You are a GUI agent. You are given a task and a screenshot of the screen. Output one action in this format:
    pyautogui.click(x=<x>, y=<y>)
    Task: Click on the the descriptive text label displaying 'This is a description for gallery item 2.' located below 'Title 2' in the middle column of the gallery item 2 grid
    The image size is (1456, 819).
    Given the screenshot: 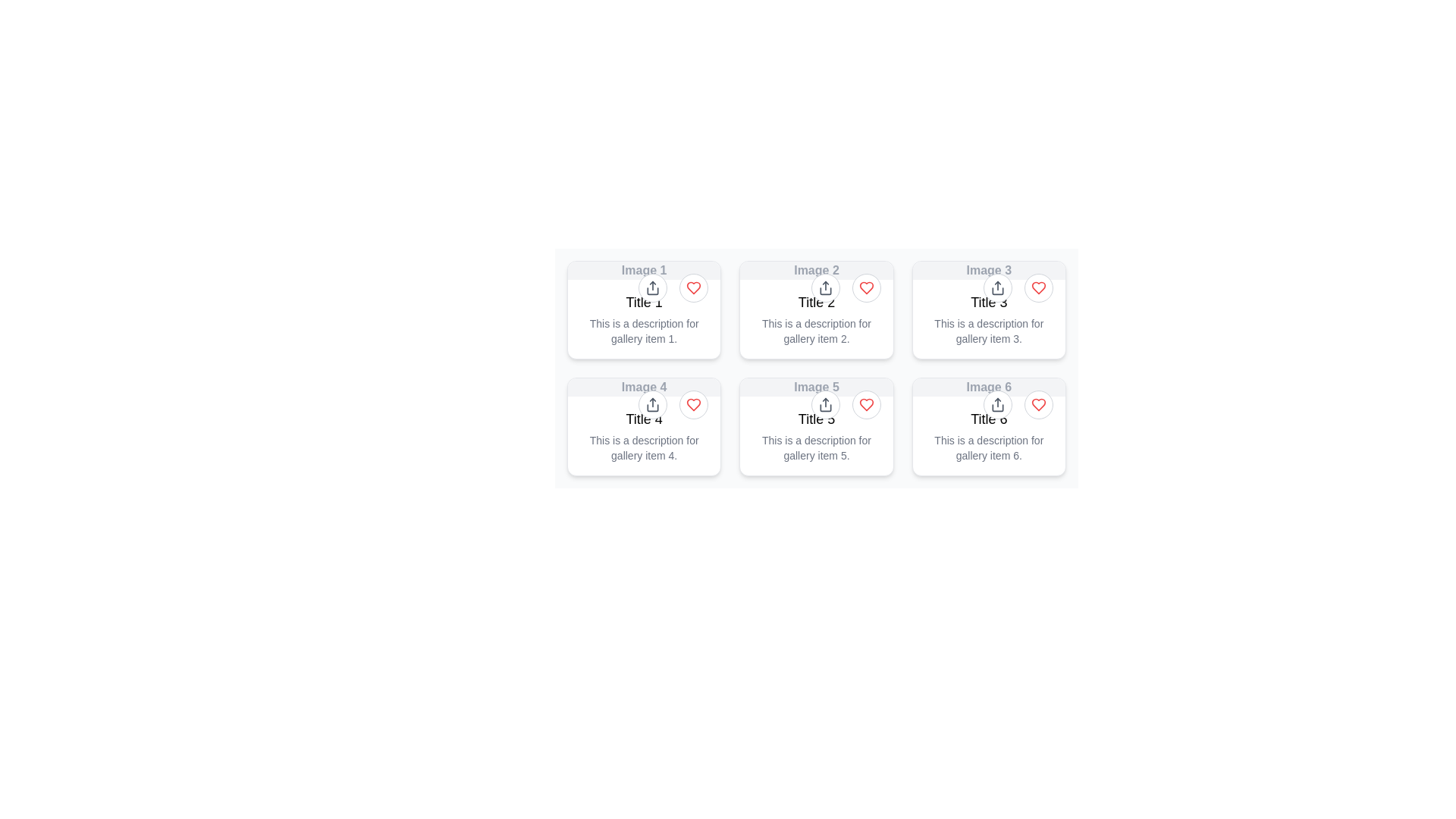 What is the action you would take?
    pyautogui.click(x=815, y=330)
    